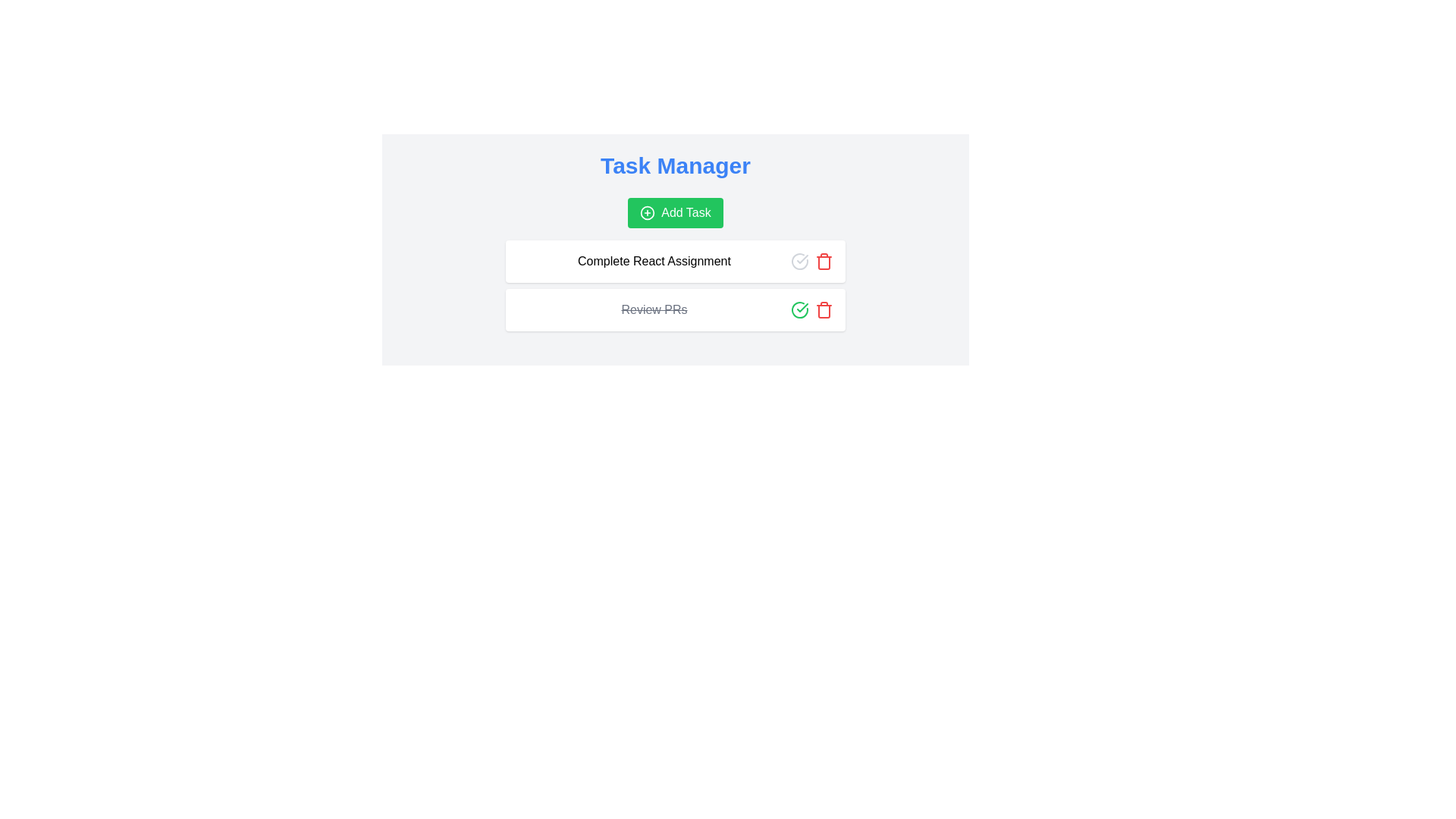 Image resolution: width=1456 pixels, height=819 pixels. What do you see at coordinates (648, 213) in the screenshot?
I see `the 'Add Task' button, which is indicated by the icon positioned to the left of the text label 'Add Task' inside a green button` at bounding box center [648, 213].